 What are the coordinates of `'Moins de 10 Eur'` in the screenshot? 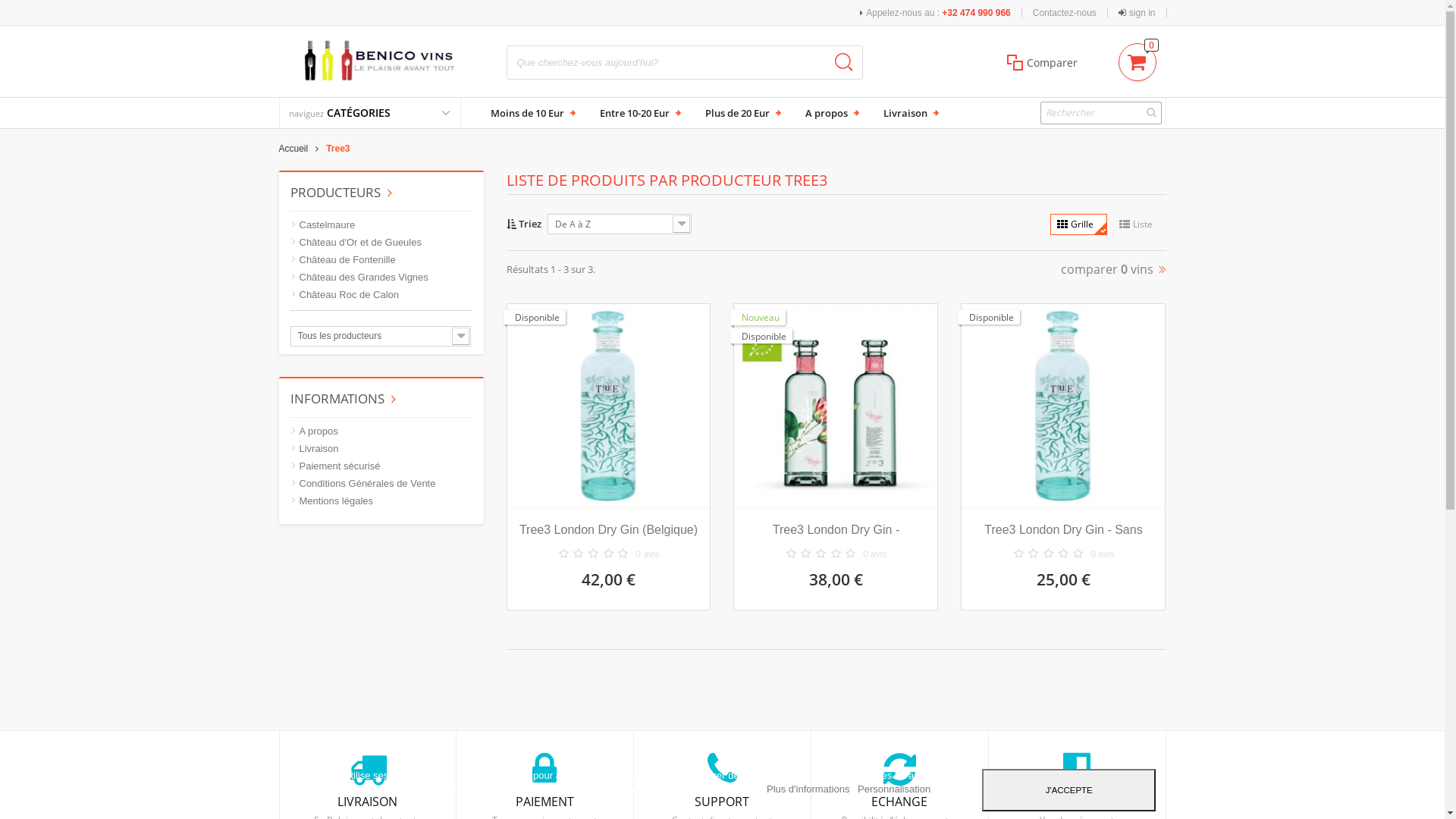 It's located at (531, 112).